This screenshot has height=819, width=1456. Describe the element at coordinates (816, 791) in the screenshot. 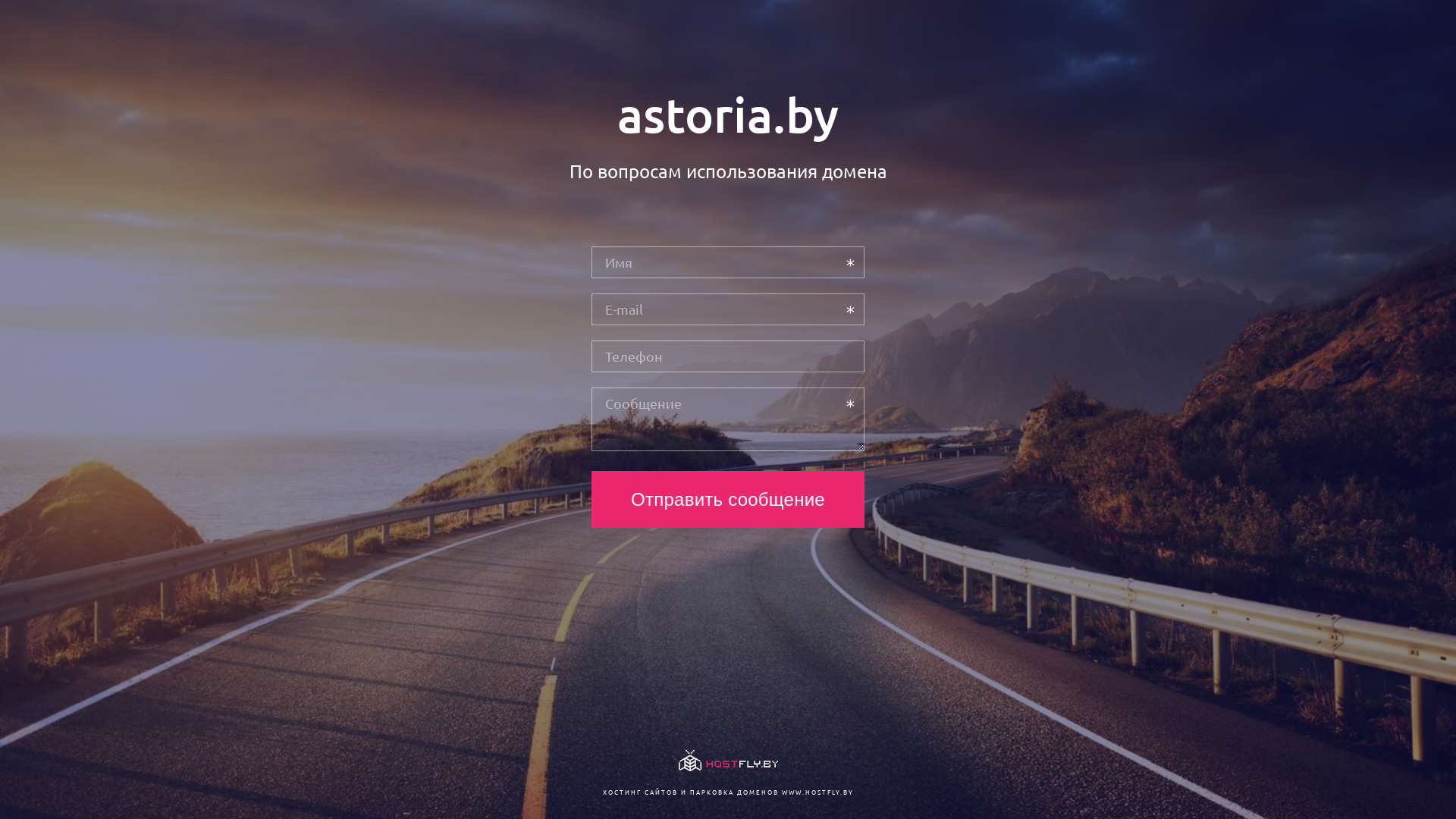

I see `'WWW.HOSTFLY.BY'` at that location.